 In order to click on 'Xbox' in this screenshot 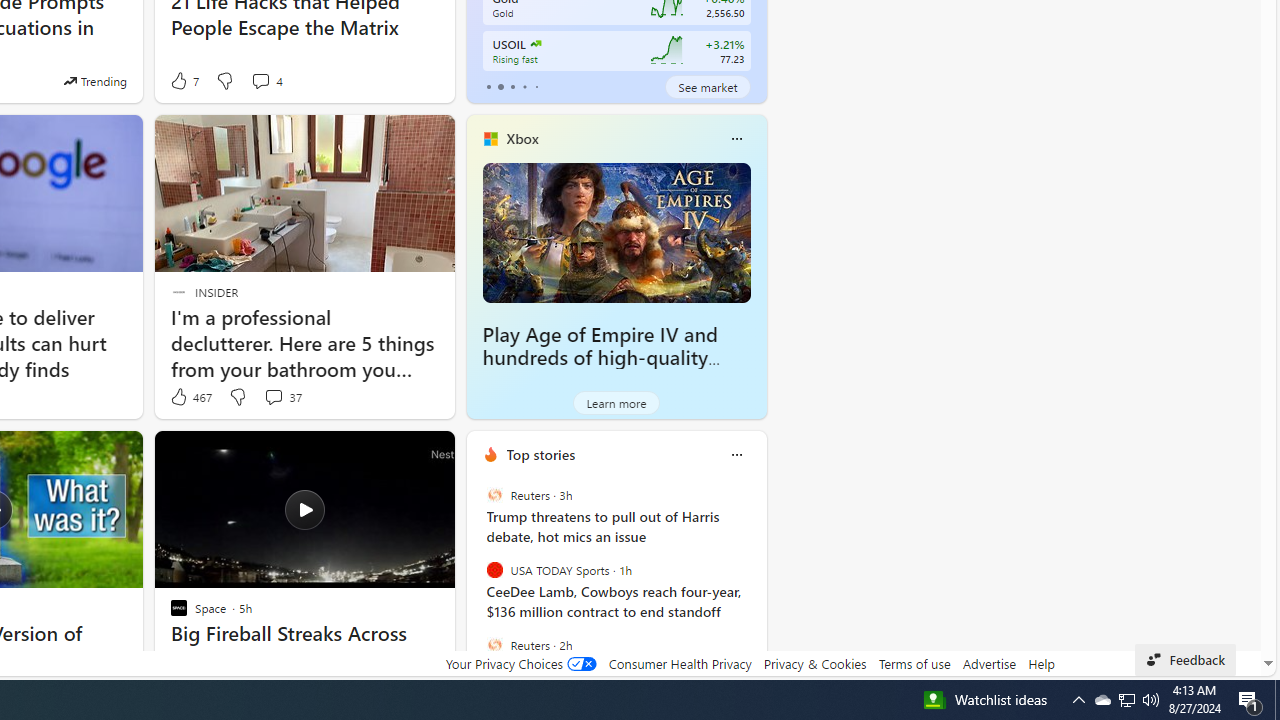, I will do `click(522, 138)`.